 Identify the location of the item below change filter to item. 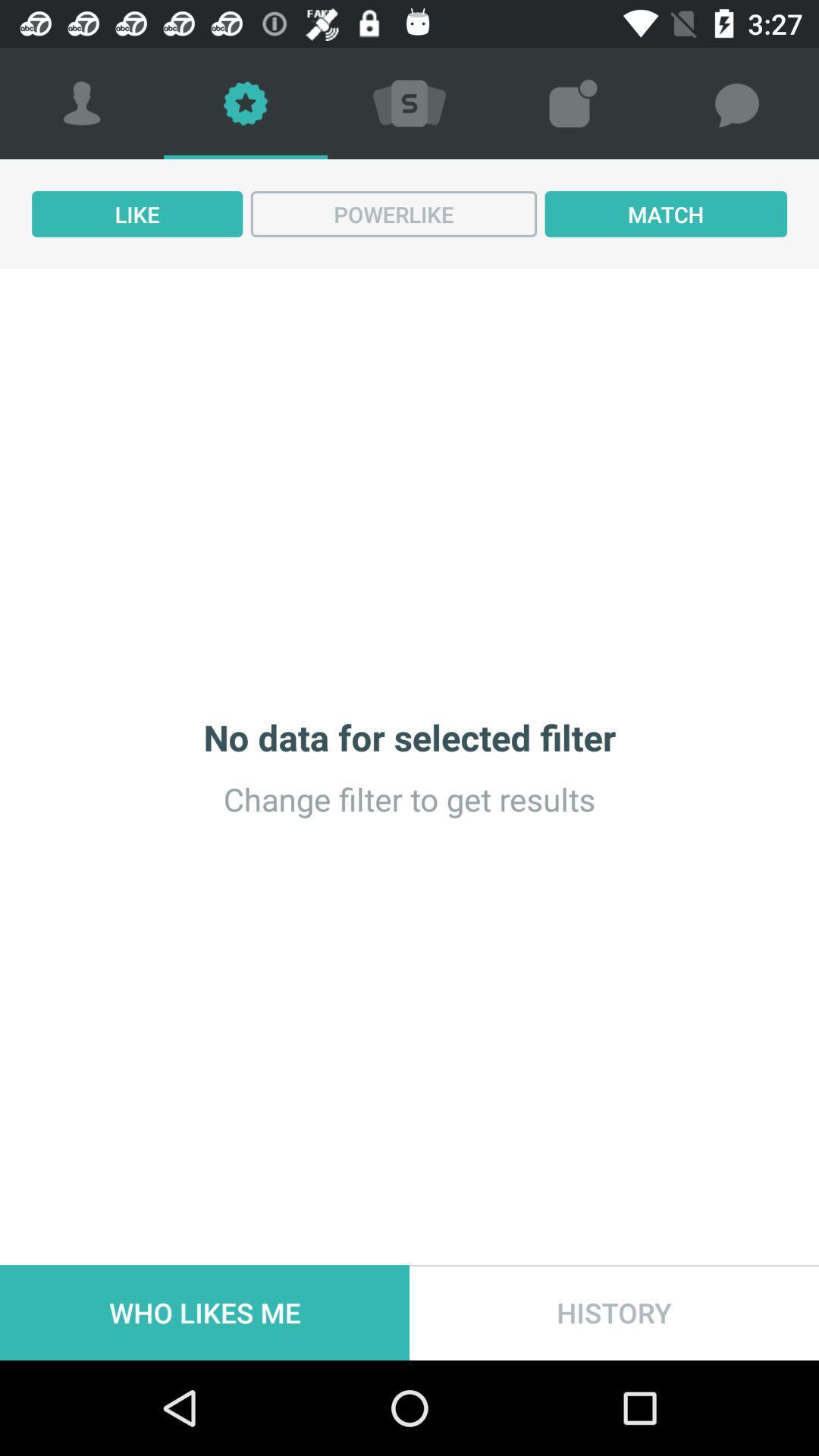
(205, 1312).